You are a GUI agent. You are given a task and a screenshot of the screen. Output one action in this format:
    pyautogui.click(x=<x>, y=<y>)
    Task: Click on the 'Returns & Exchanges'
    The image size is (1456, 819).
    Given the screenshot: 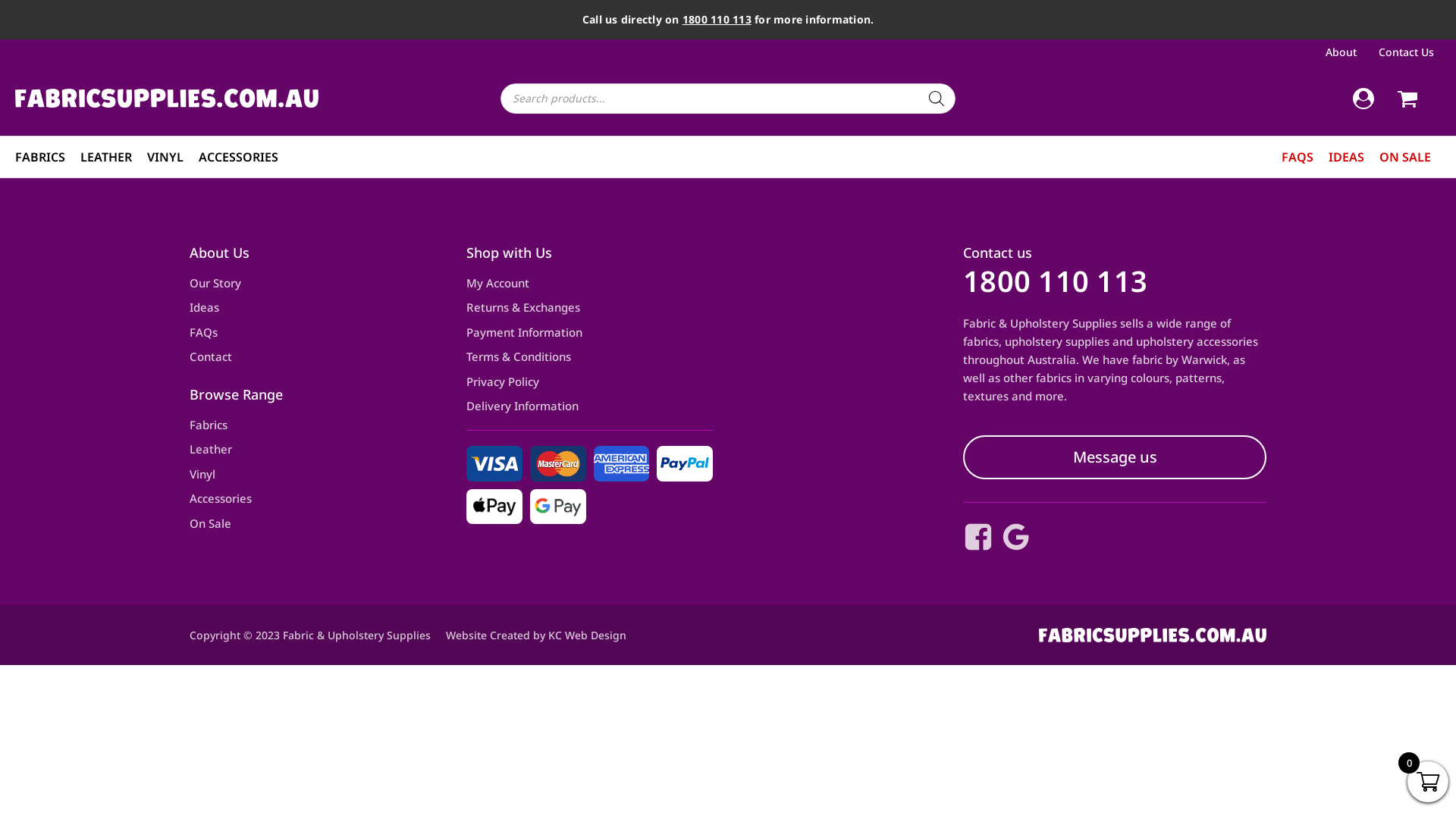 What is the action you would take?
    pyautogui.click(x=465, y=307)
    